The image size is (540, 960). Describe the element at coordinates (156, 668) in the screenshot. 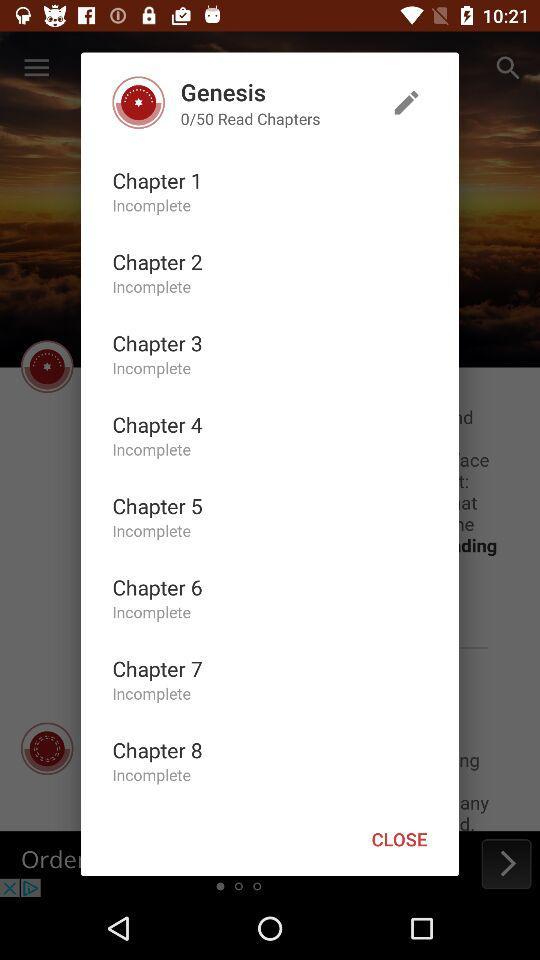

I see `the chapter 7 icon` at that location.